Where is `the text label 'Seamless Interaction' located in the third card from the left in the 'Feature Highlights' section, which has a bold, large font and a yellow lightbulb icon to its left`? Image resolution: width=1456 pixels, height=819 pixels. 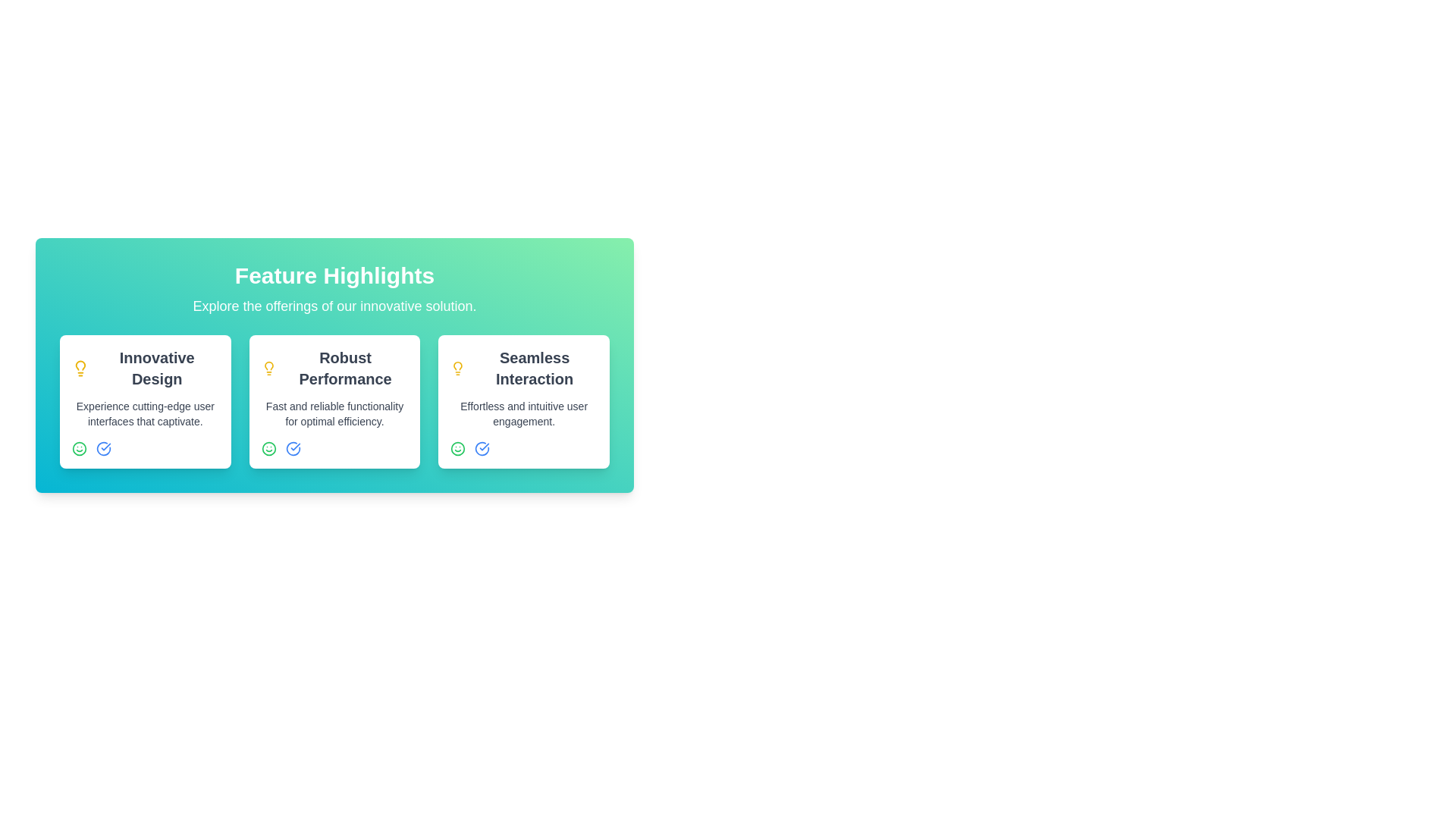 the text label 'Seamless Interaction' located in the third card from the left in the 'Feature Highlights' section, which has a bold, large font and a yellow lightbulb icon to its left is located at coordinates (524, 369).